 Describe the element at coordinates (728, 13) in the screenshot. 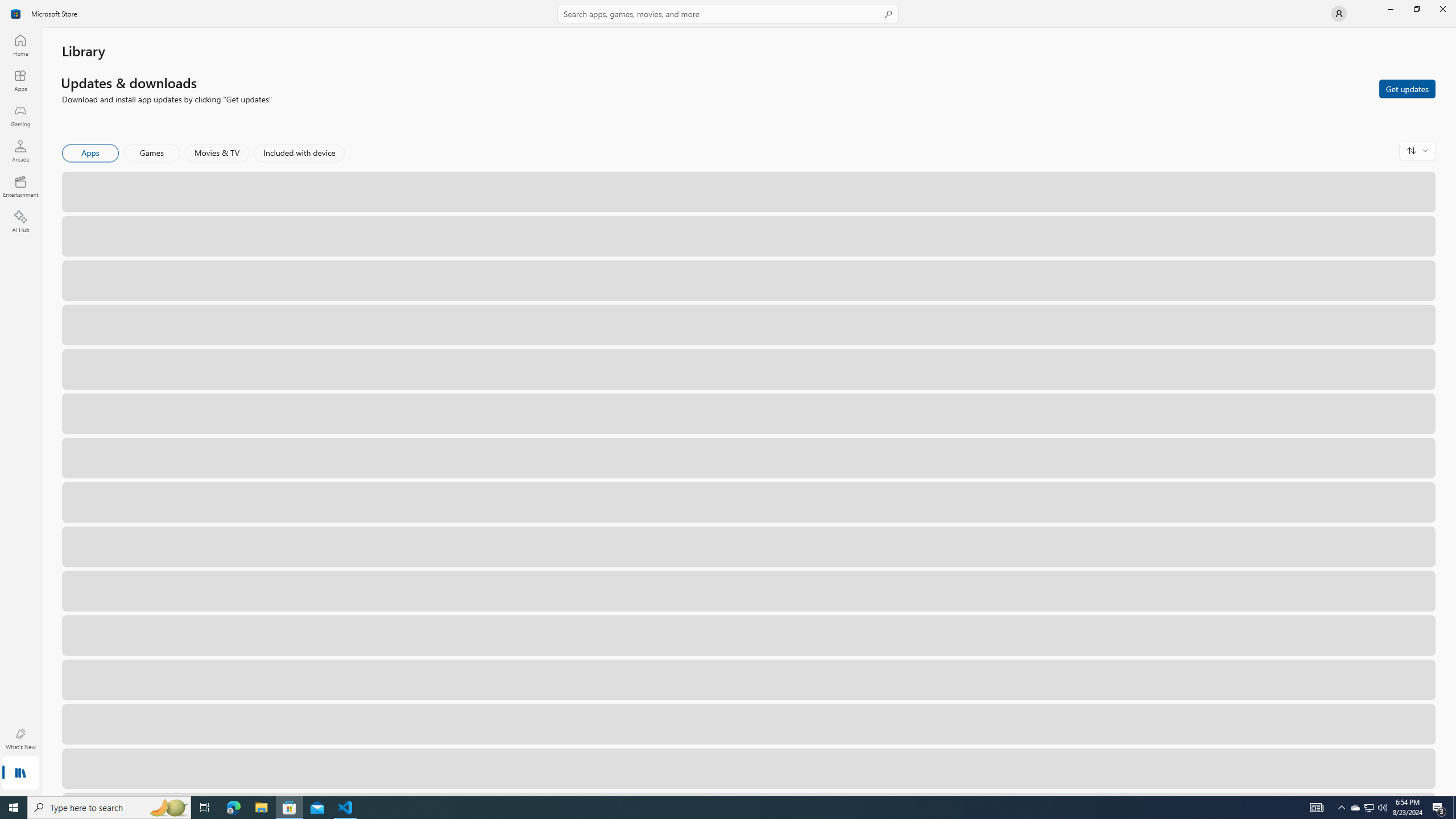

I see `'Search'` at that location.